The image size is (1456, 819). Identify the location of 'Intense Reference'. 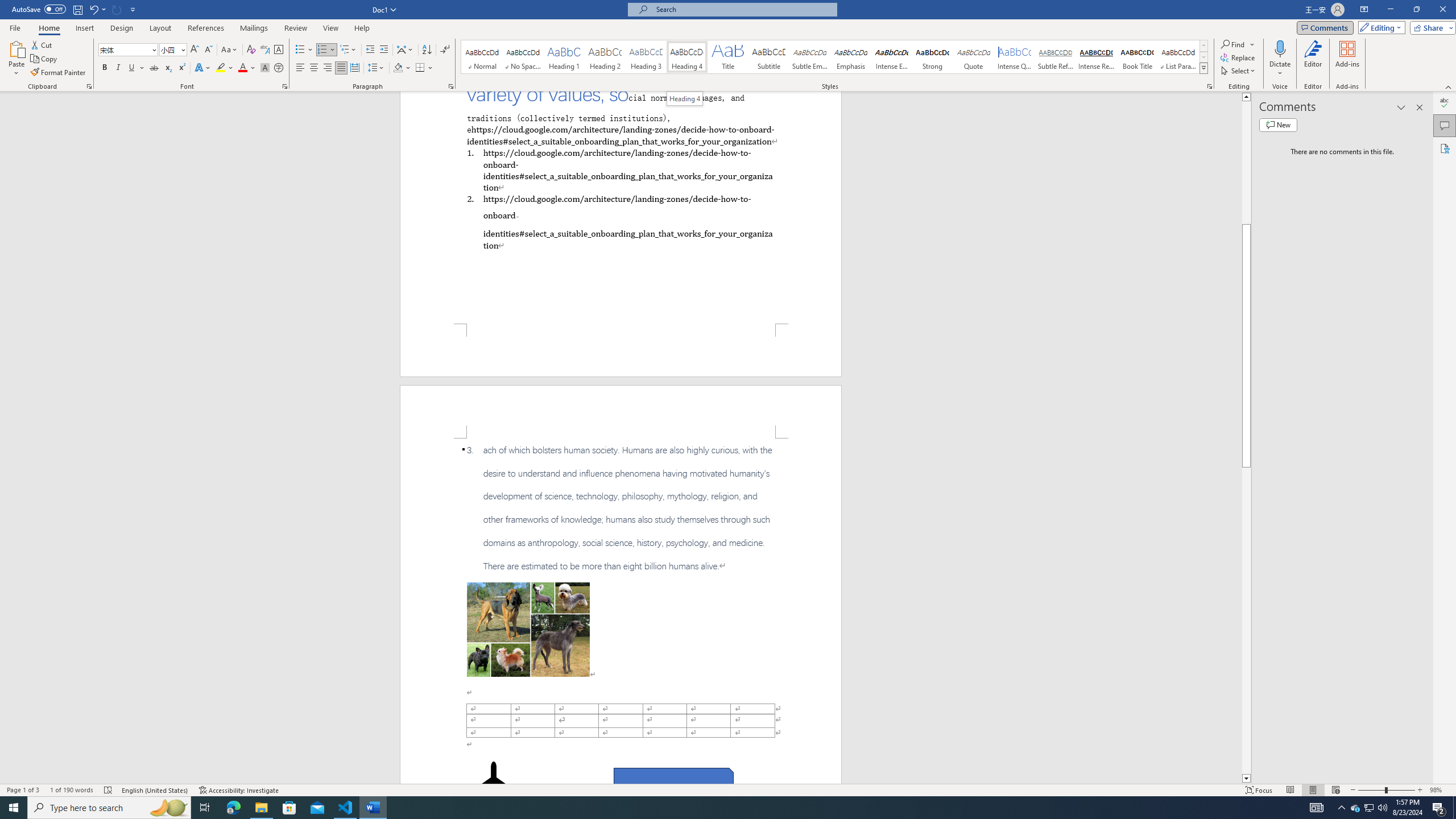
(1096, 56).